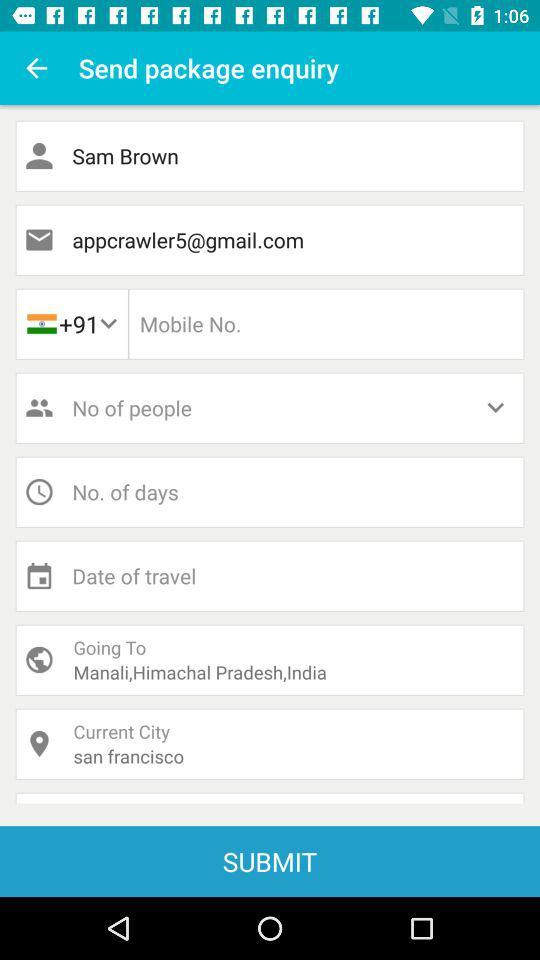 Image resolution: width=540 pixels, height=960 pixels. I want to click on return to the previous page, so click(36, 68).